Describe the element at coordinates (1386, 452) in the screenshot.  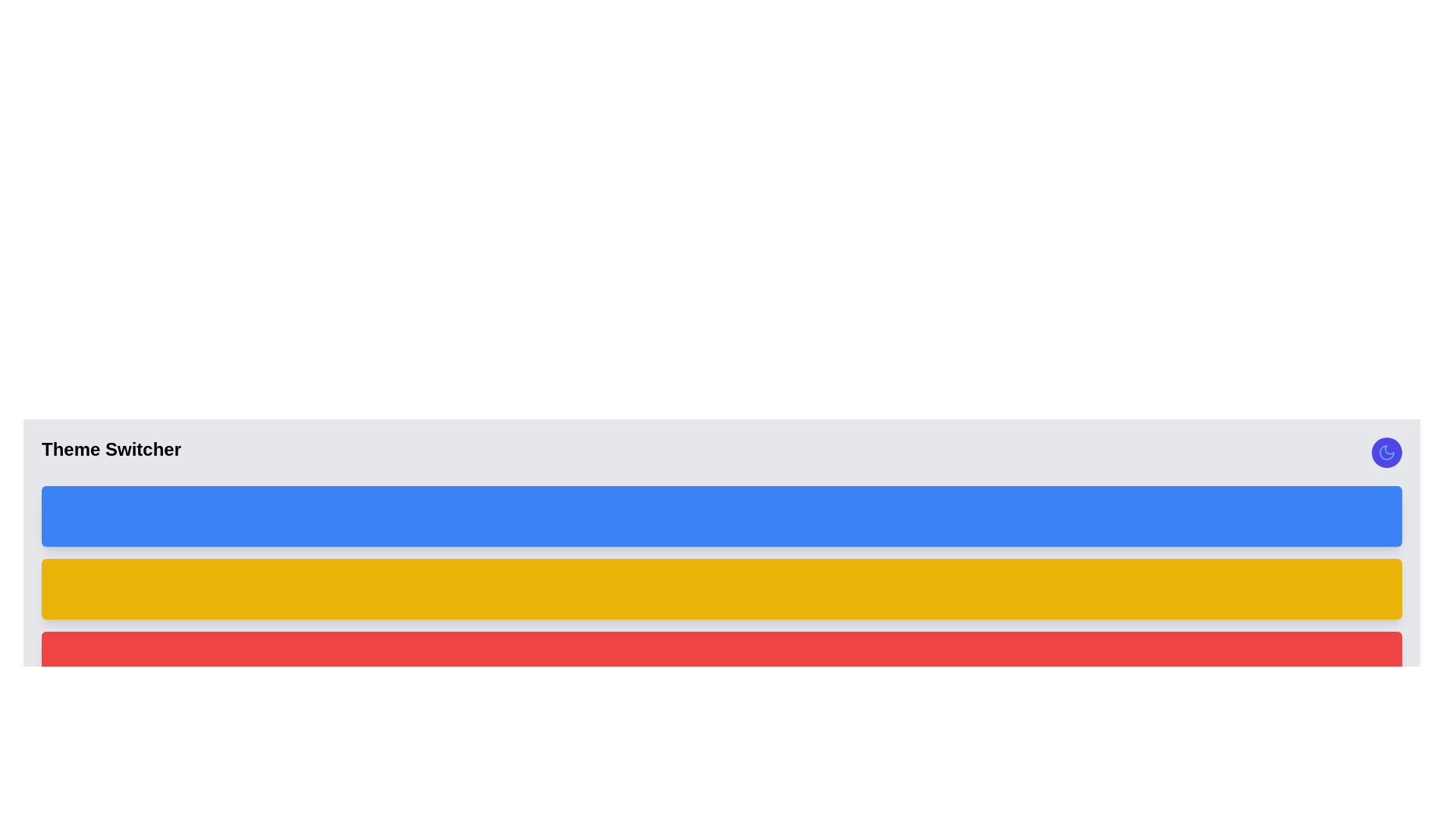
I see `the circular indigo button with a moon-shaped icon, located at the extreme right of the row next to the 'Theme Switcher' text` at that location.